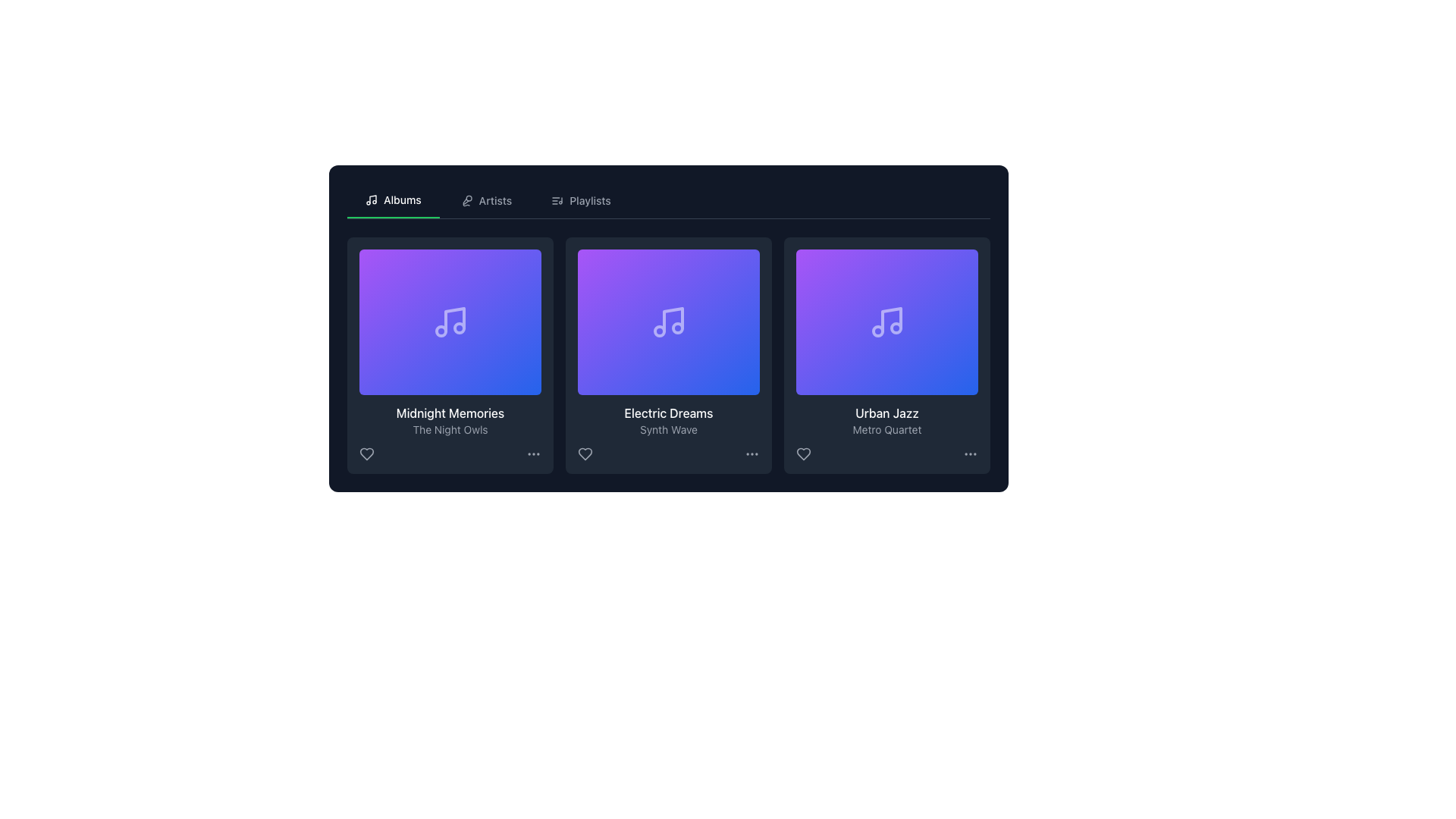  Describe the element at coordinates (580, 200) in the screenshot. I see `the 'Playlists' navigation menu item, which is the third item in the horizontal navigation bar` at that location.